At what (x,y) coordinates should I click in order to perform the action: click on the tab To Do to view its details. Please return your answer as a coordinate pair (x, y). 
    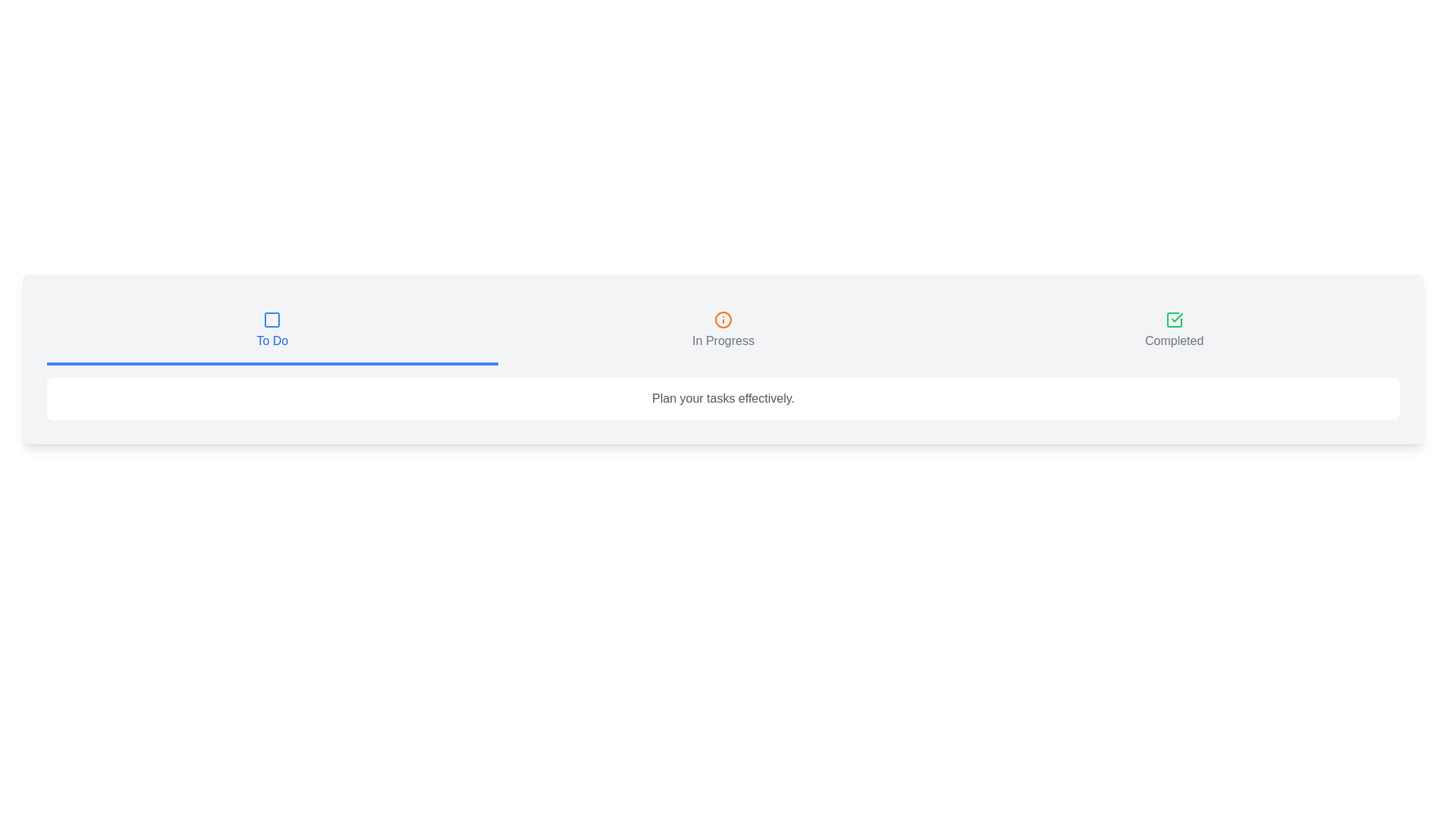
    Looking at the image, I should click on (272, 331).